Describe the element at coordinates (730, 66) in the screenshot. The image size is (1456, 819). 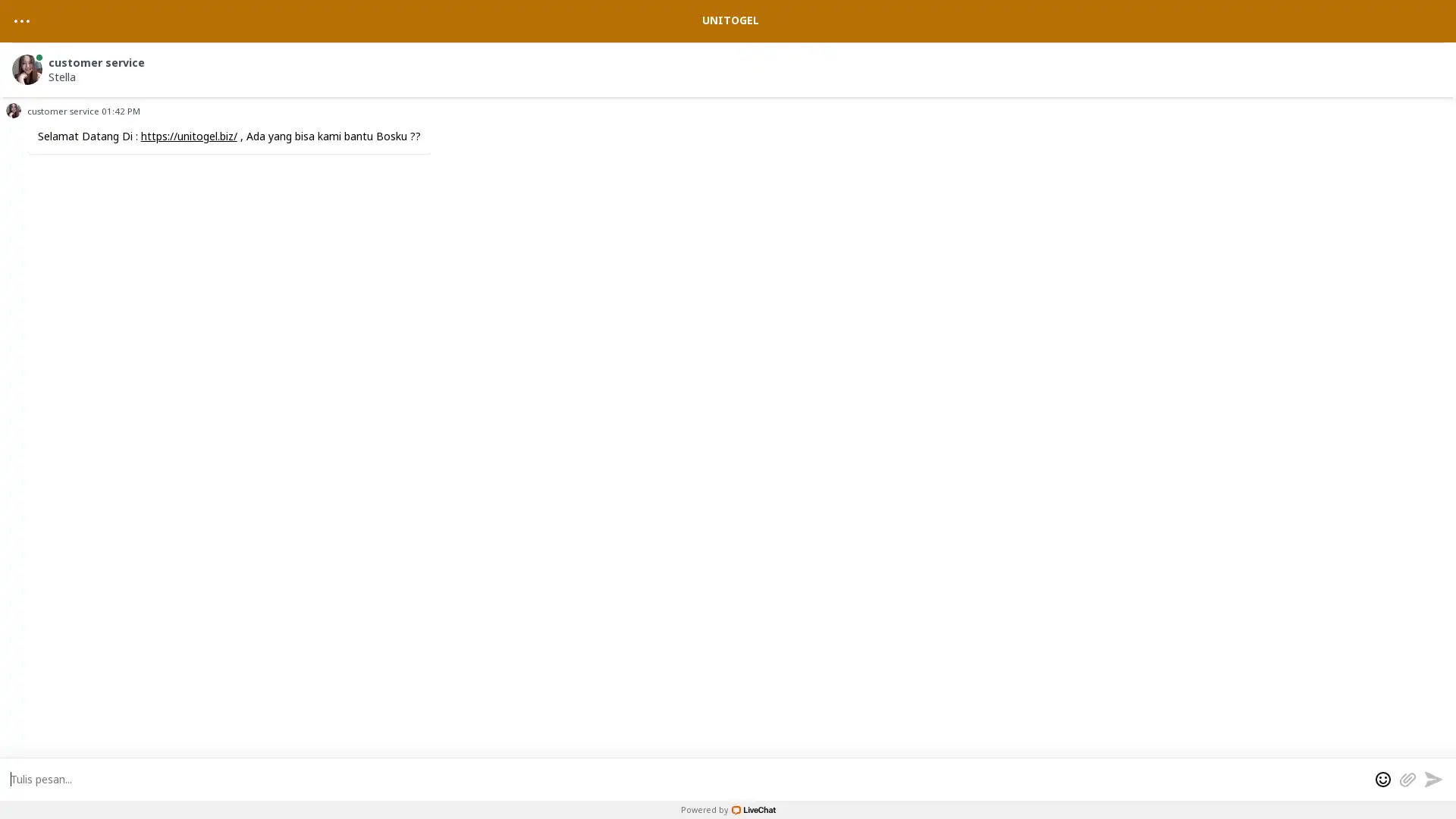
I see `customer service` at that location.